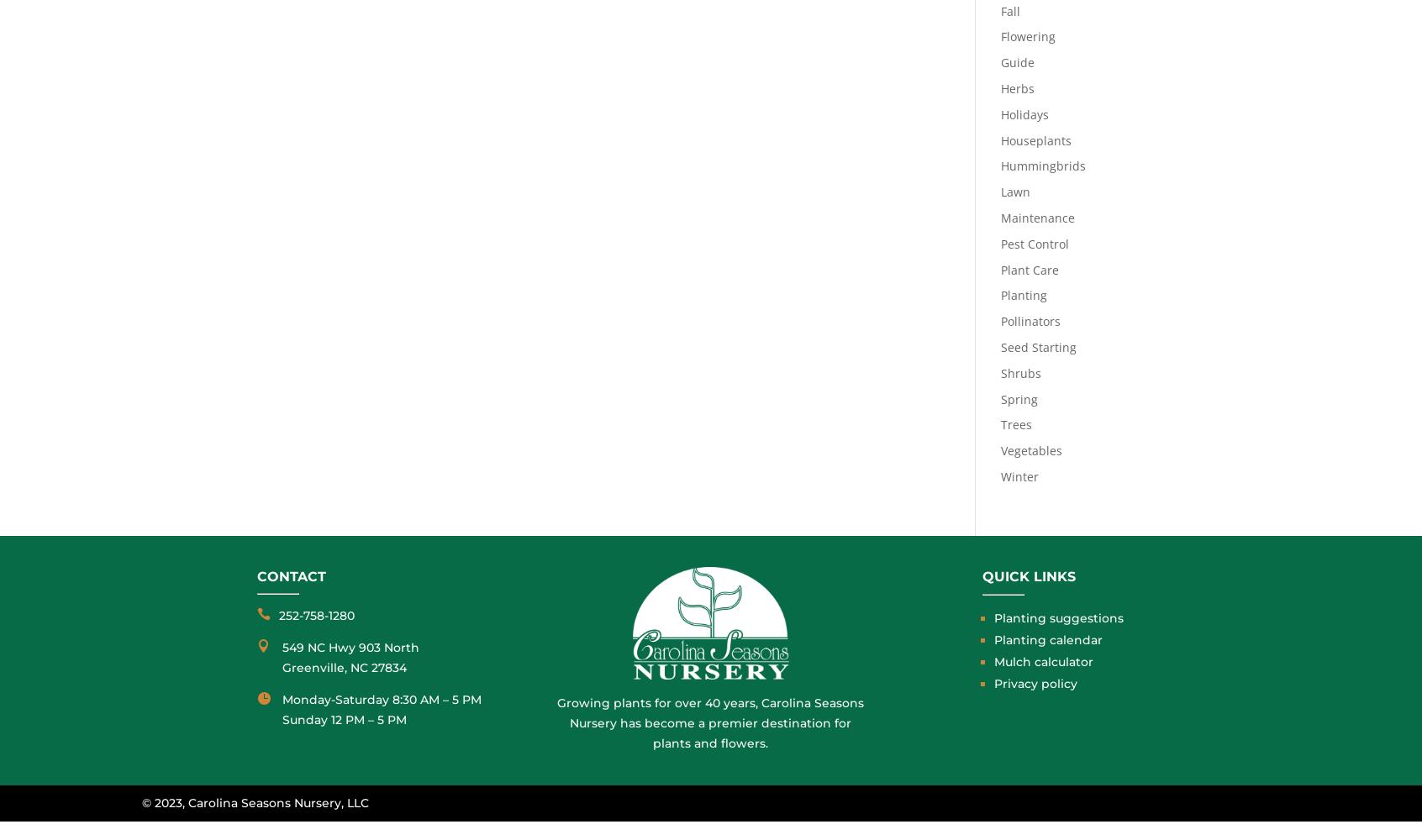  What do you see at coordinates (998, 87) in the screenshot?
I see `'Herbs'` at bounding box center [998, 87].